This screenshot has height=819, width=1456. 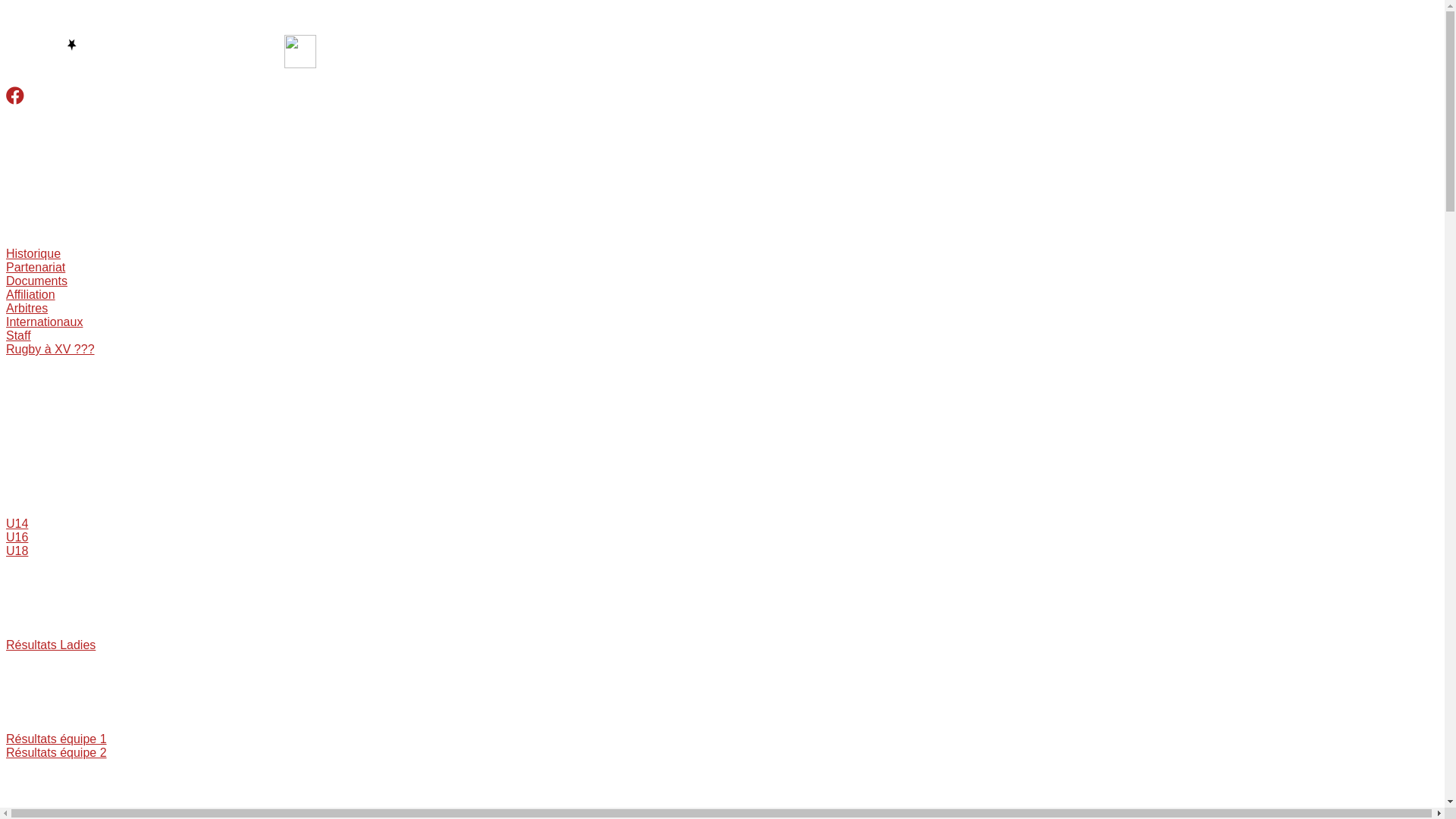 I want to click on 'Partenariat', so click(x=36, y=266).